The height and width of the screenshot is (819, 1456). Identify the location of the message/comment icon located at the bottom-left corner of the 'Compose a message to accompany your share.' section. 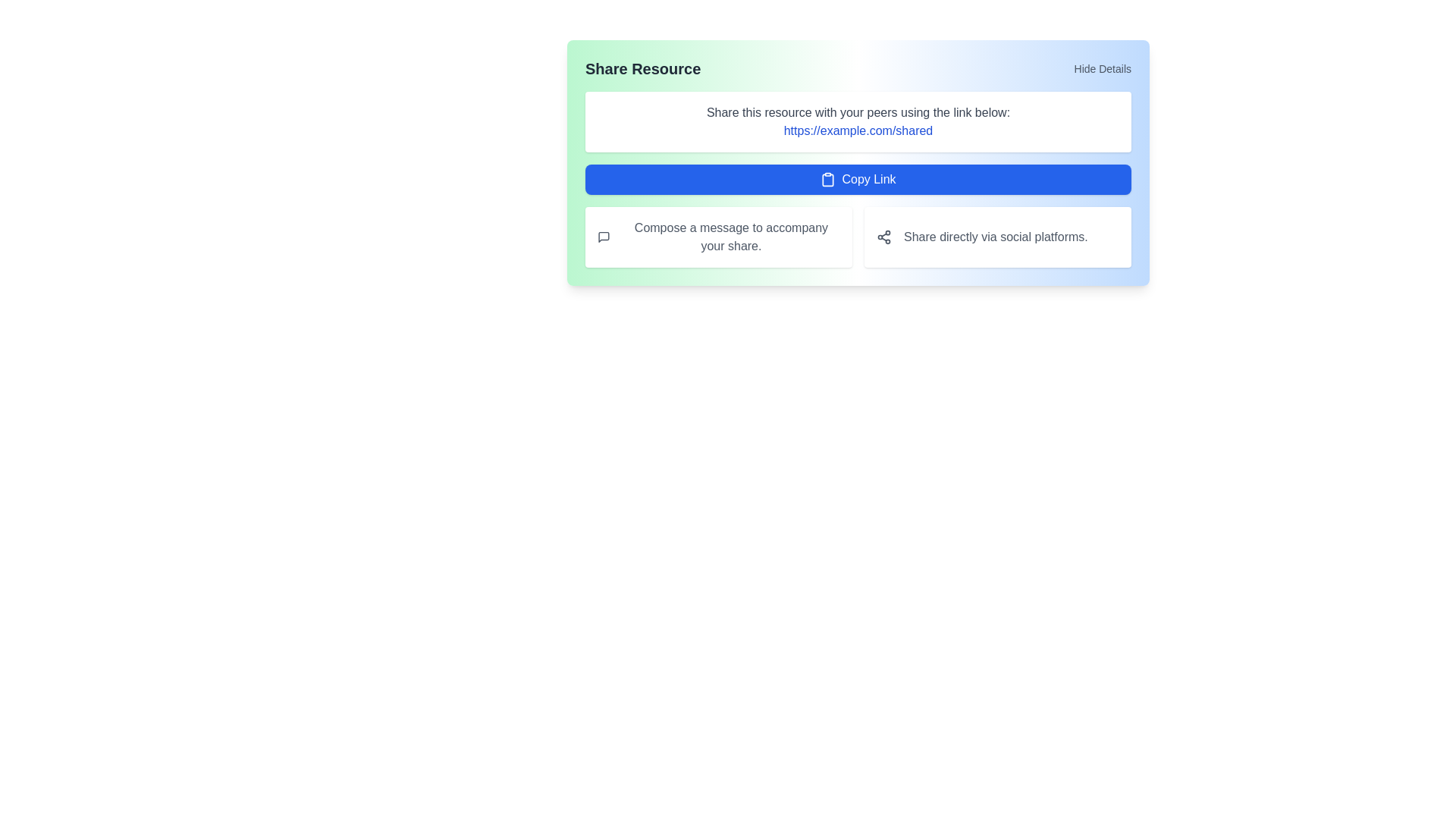
(603, 237).